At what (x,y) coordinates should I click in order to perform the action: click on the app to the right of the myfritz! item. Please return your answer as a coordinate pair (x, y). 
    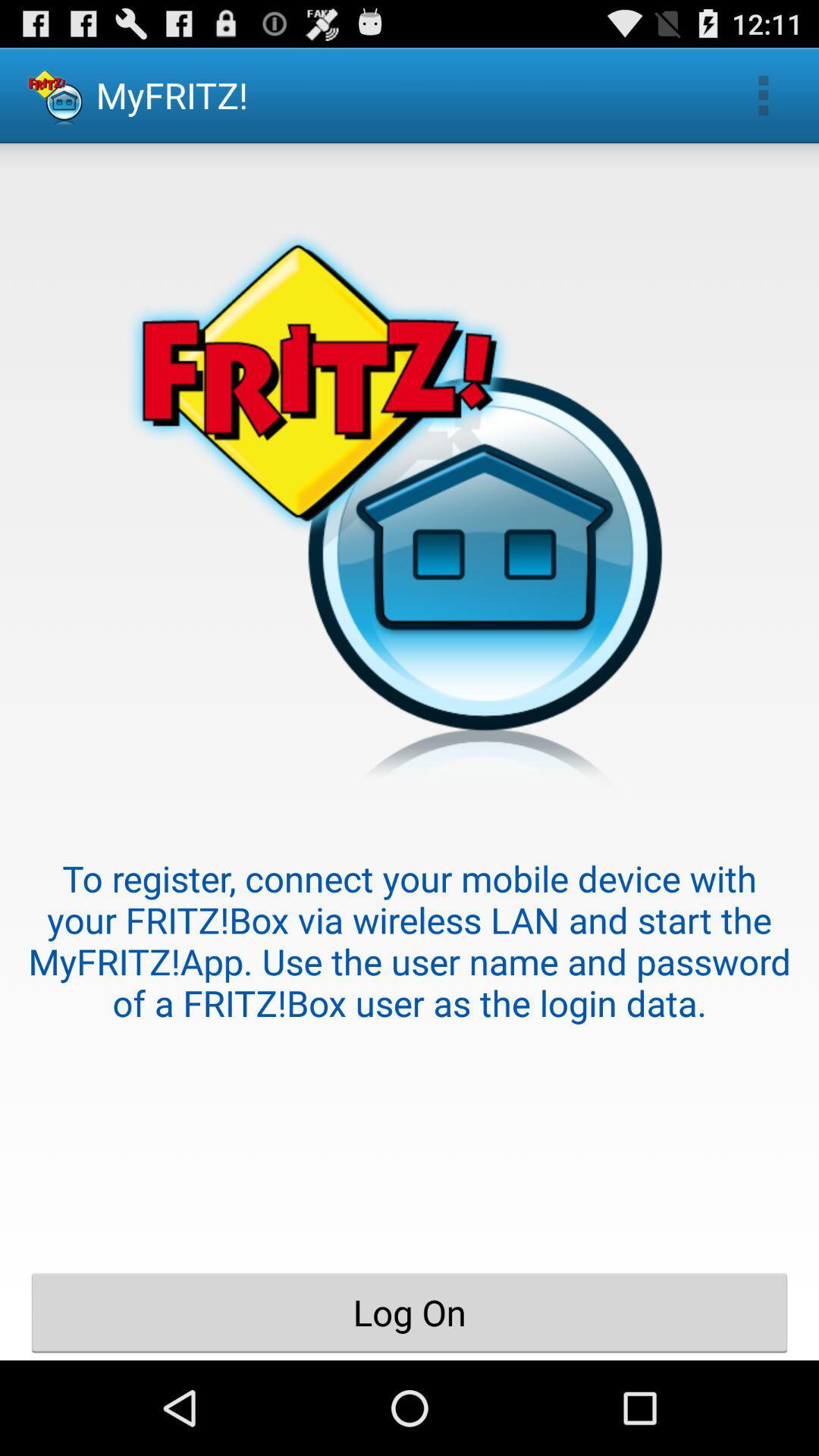
    Looking at the image, I should click on (763, 94).